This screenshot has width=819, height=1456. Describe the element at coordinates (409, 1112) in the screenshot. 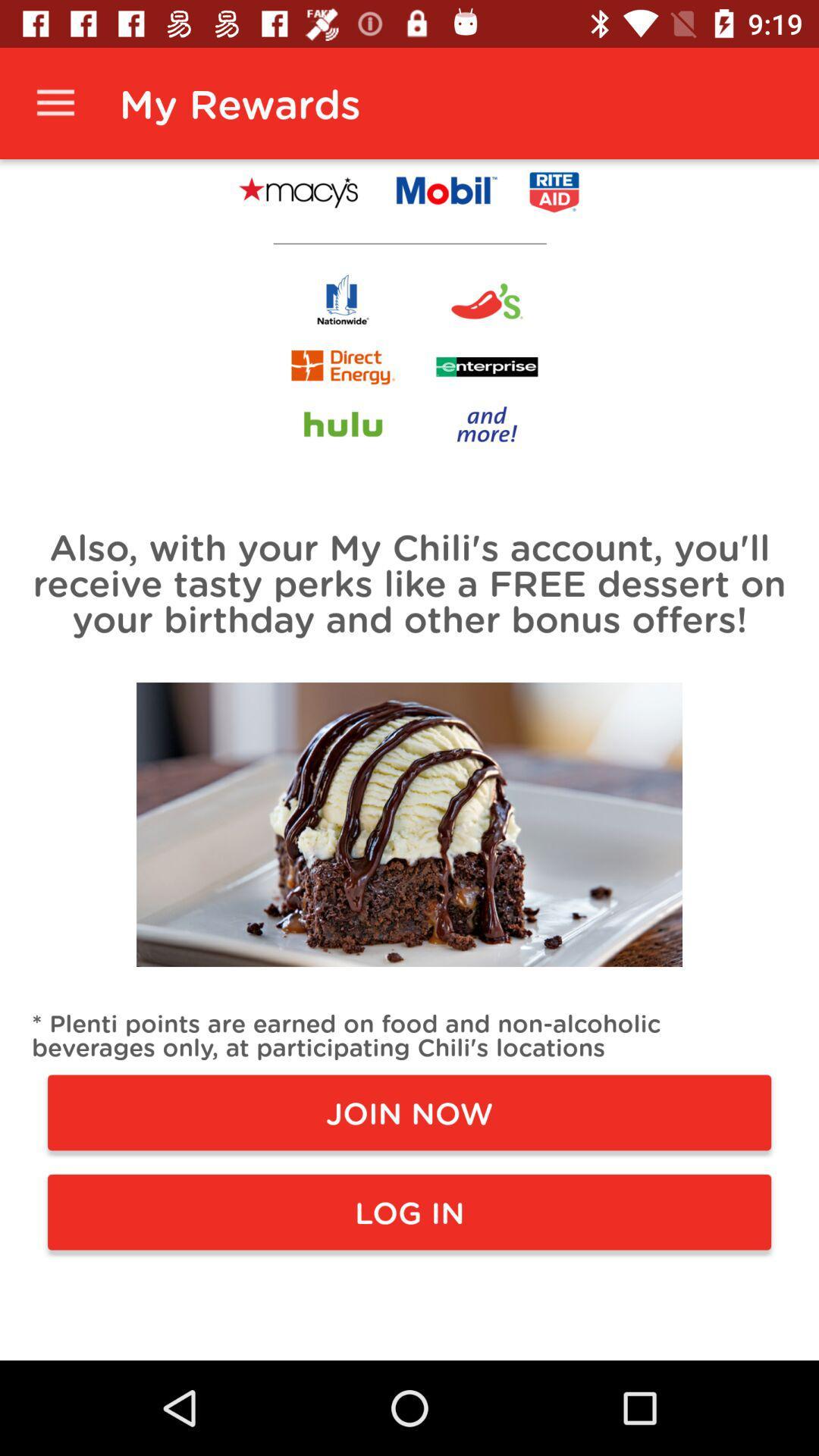

I see `the icon above log in` at that location.